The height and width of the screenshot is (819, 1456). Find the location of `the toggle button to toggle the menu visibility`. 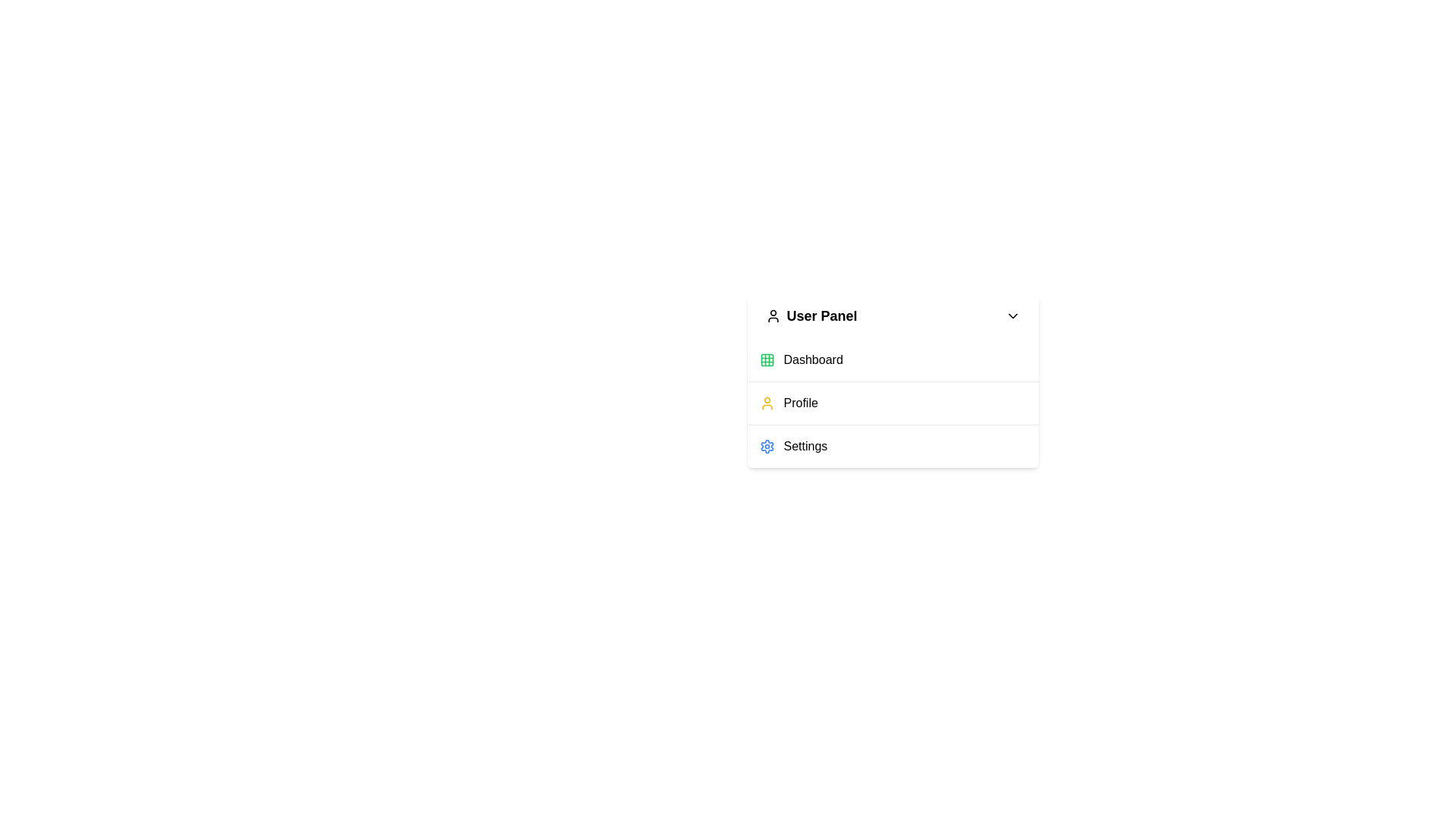

the toggle button to toggle the menu visibility is located at coordinates (893, 315).